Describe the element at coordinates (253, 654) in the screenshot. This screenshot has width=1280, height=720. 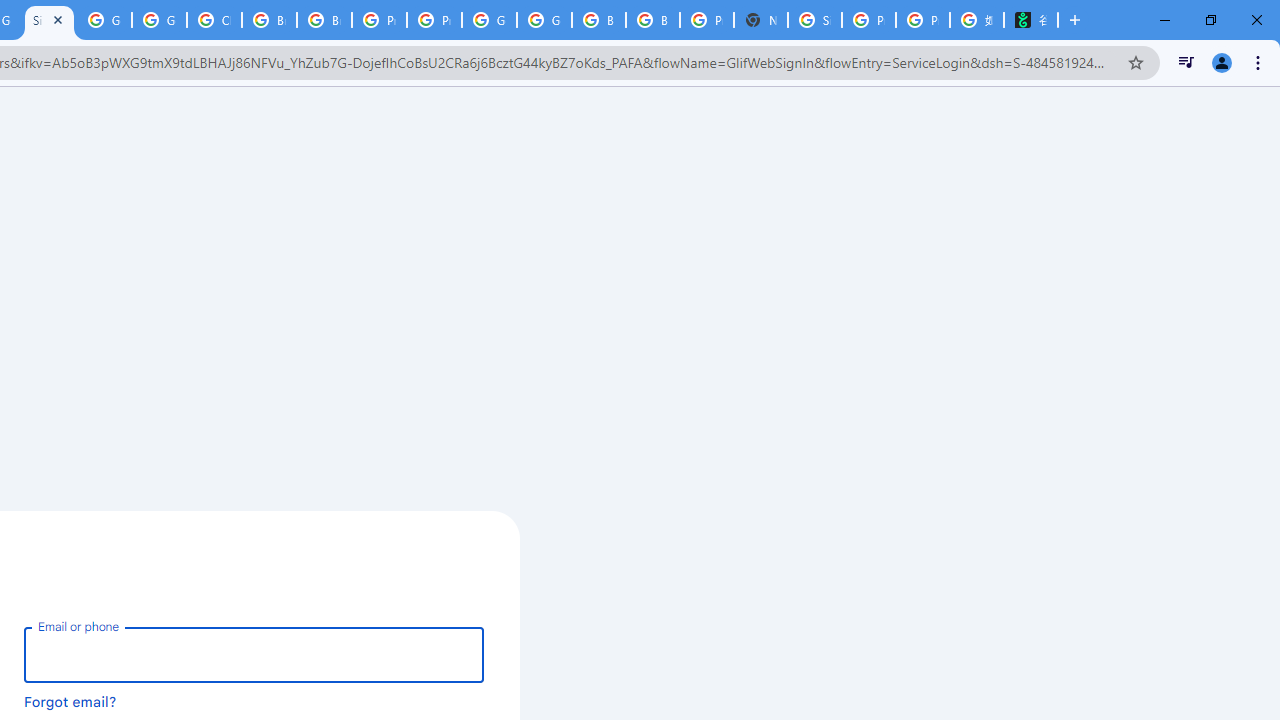
I see `'Email or phone'` at that location.